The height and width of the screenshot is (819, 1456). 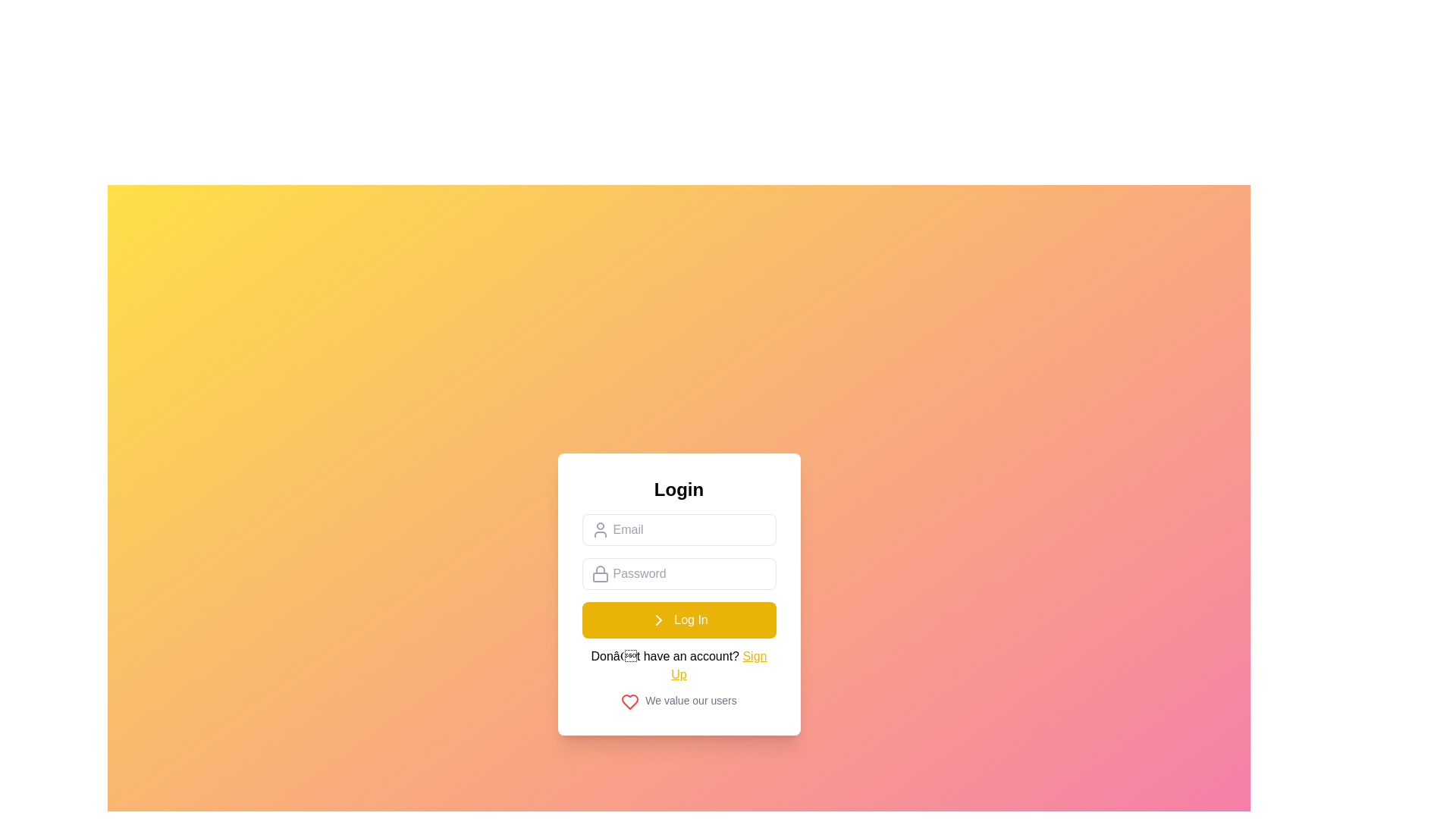 I want to click on the red outlined heart-shaped vector graphic icon located below the 'We value our users' text in the login card interface, so click(x=630, y=701).